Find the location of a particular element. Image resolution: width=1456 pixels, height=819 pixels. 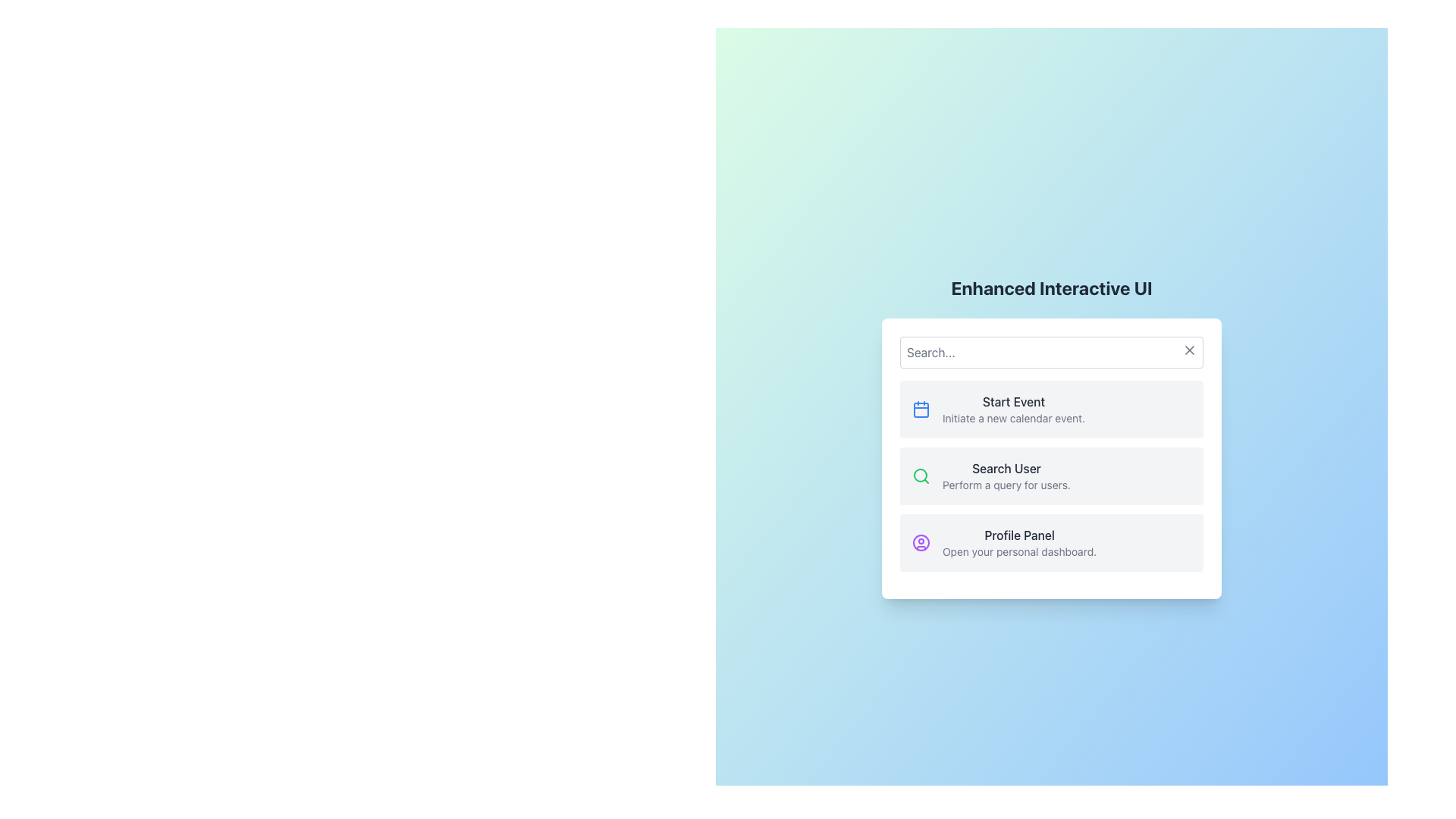

the 'Profile Panel' icon, which is located to the left of the 'Profile Panel' text and above the description 'Open your personal dashboard.' is located at coordinates (920, 542).